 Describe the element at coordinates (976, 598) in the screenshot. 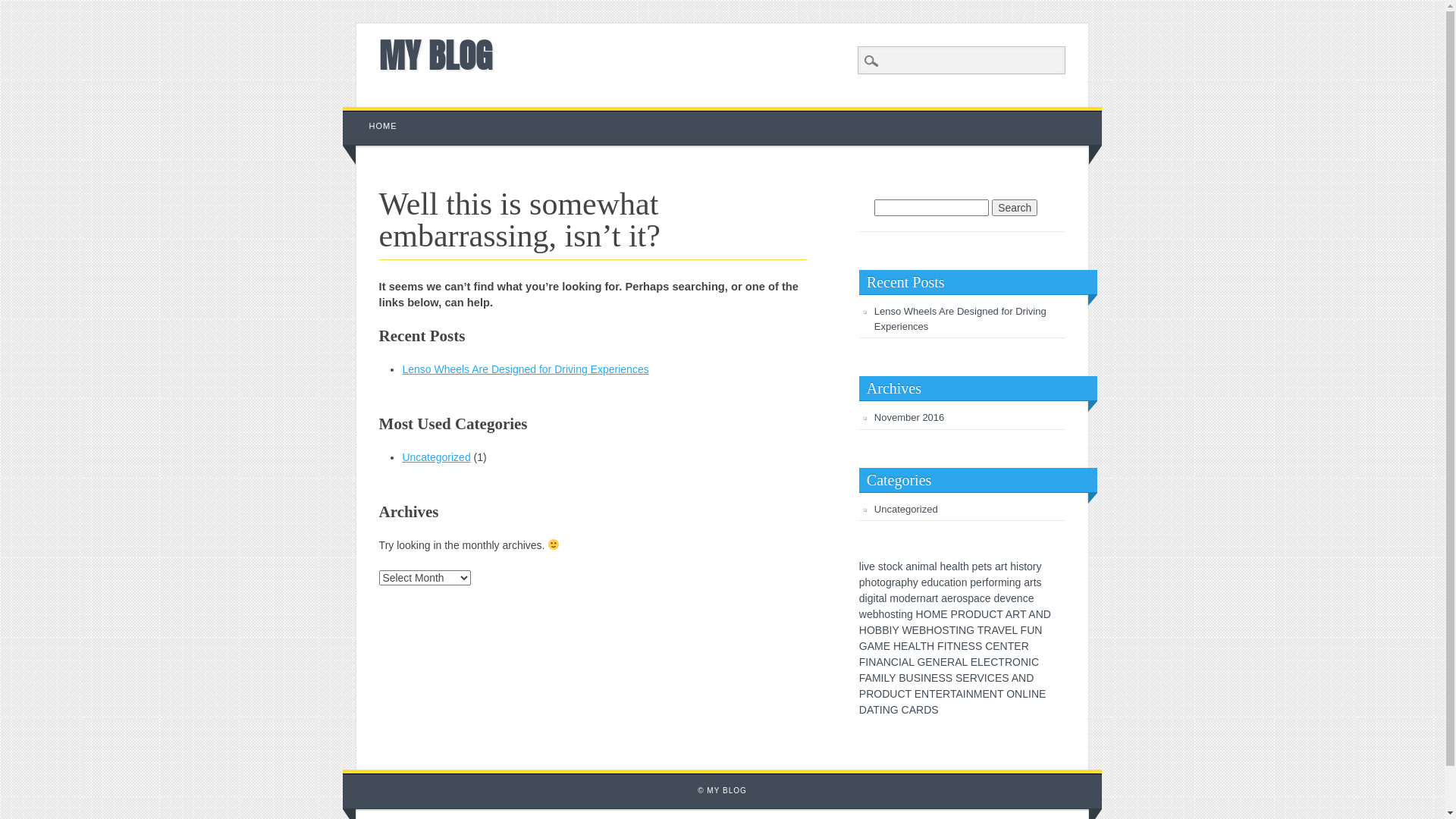

I see `'a'` at that location.